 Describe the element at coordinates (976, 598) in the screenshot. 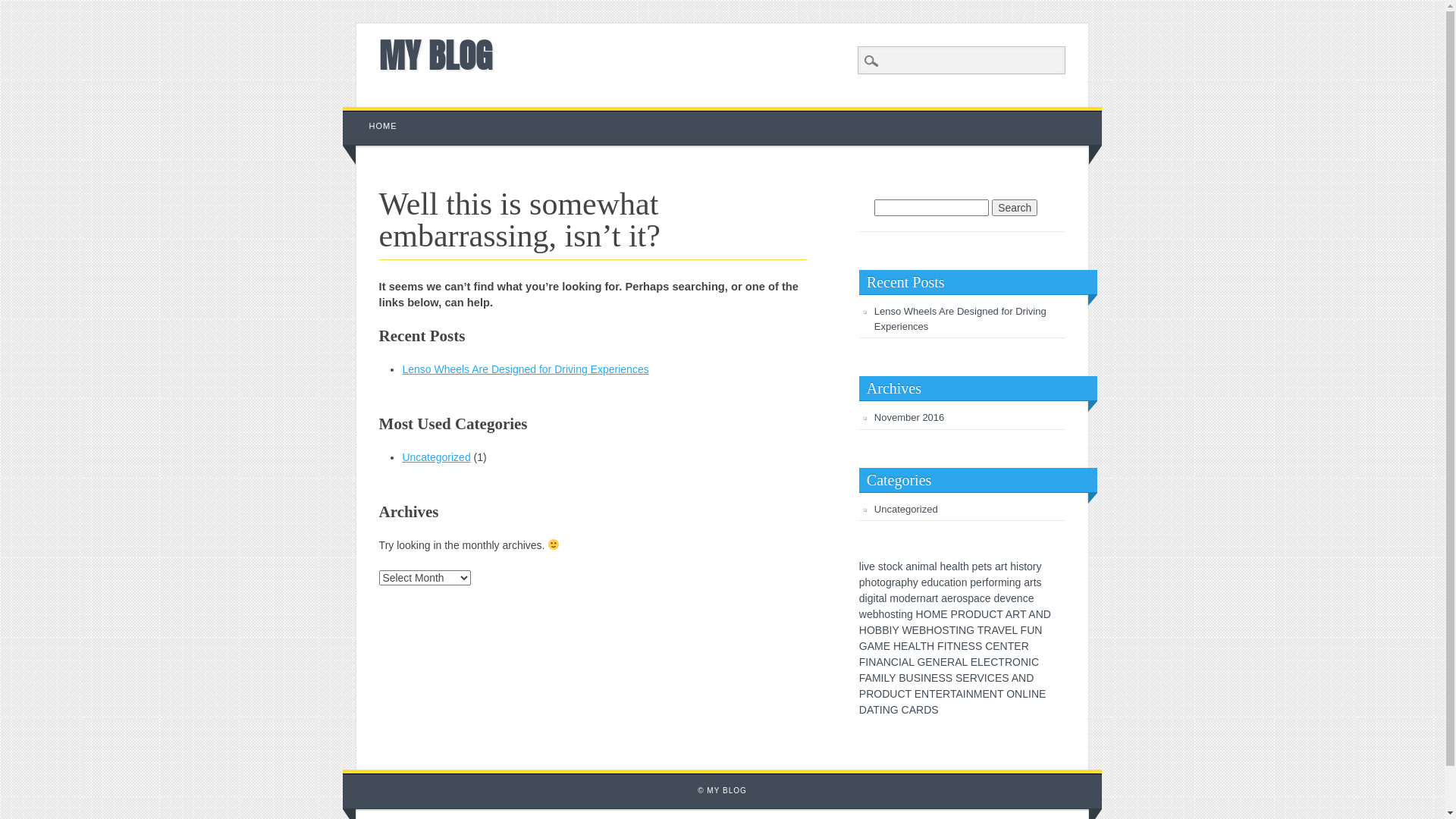

I see `'a'` at that location.